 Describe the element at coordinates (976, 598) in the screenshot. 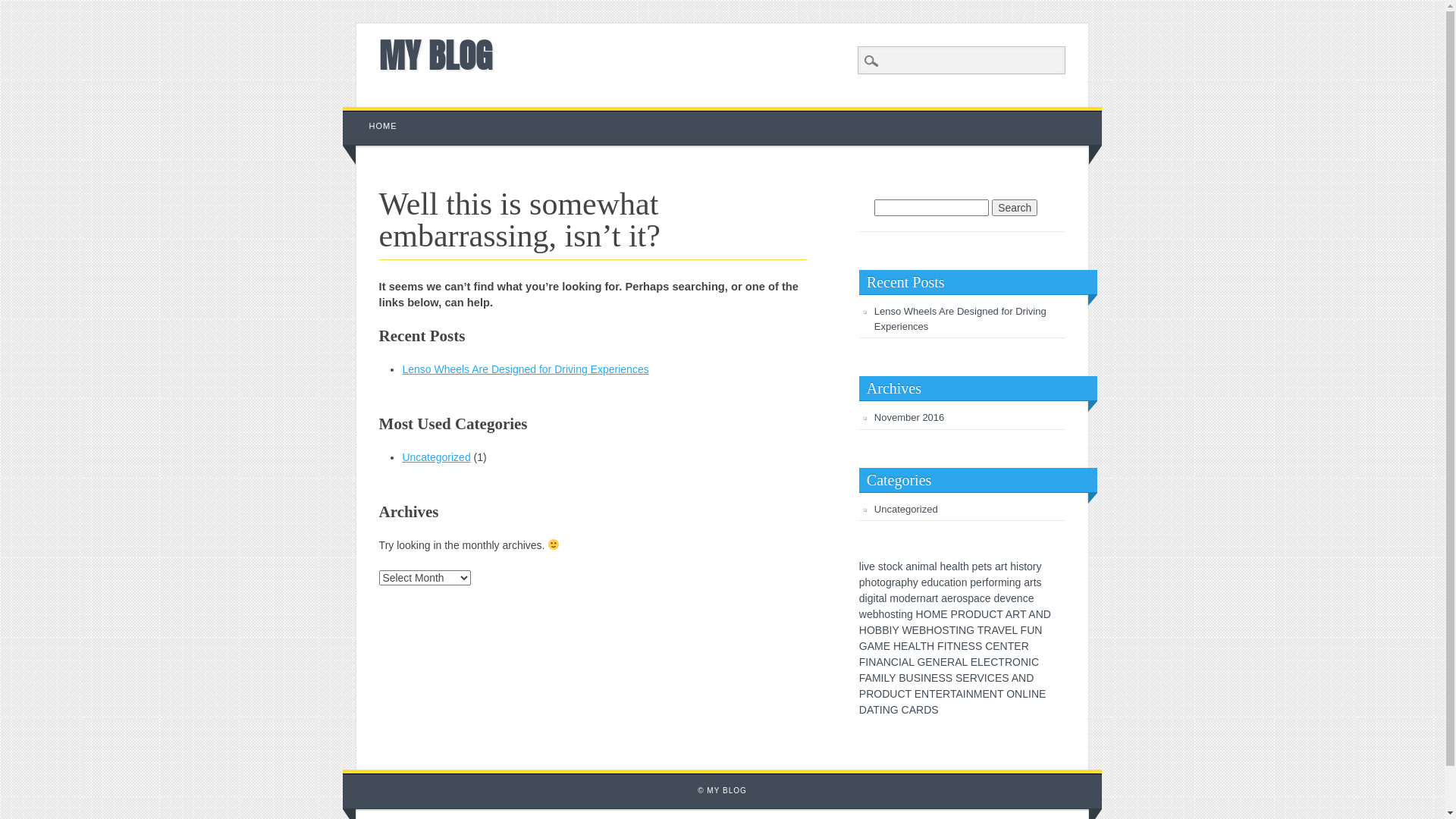

I see `'a'` at that location.